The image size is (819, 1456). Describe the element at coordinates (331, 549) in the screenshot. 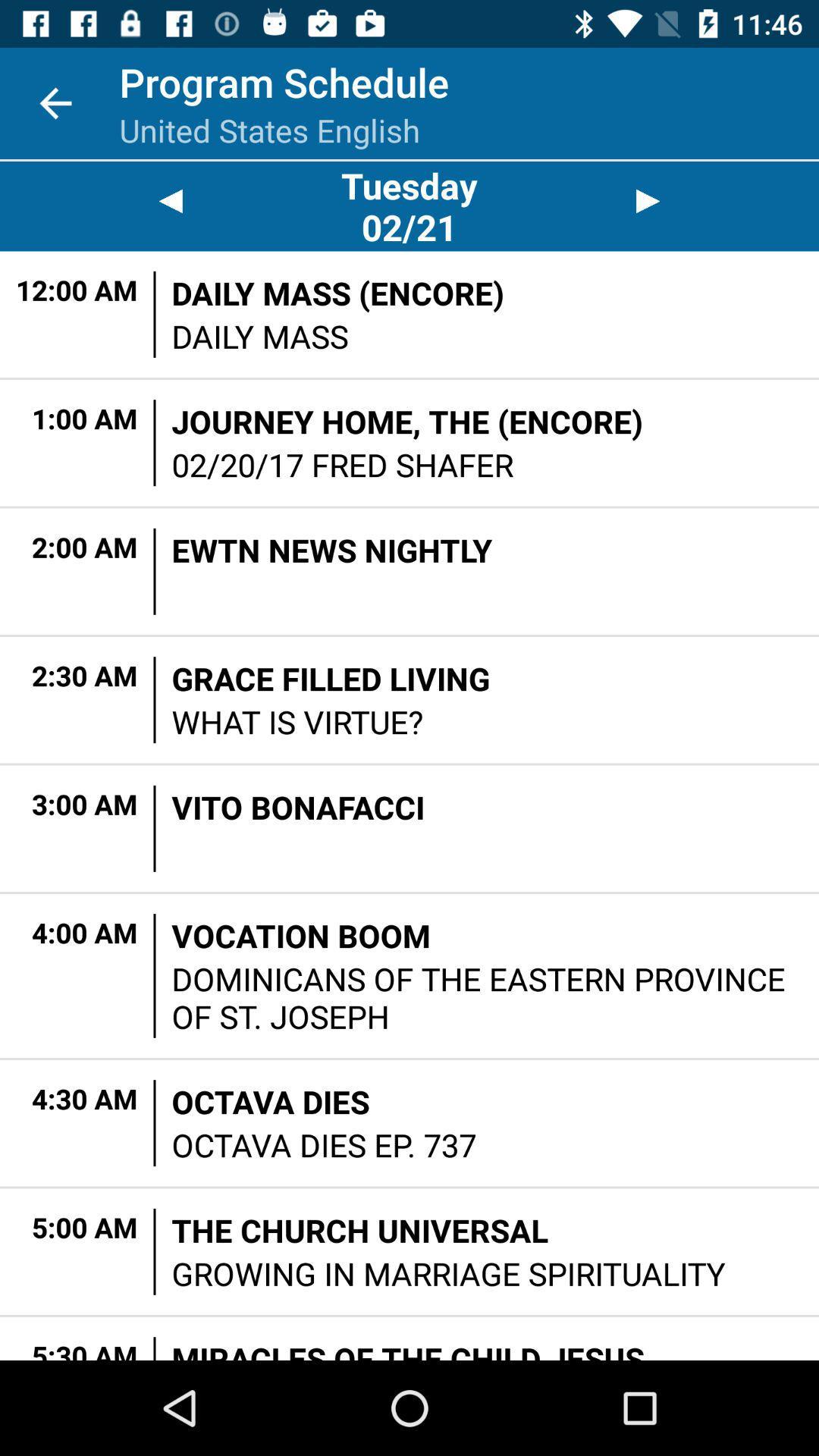

I see `ewtn news nightly item` at that location.